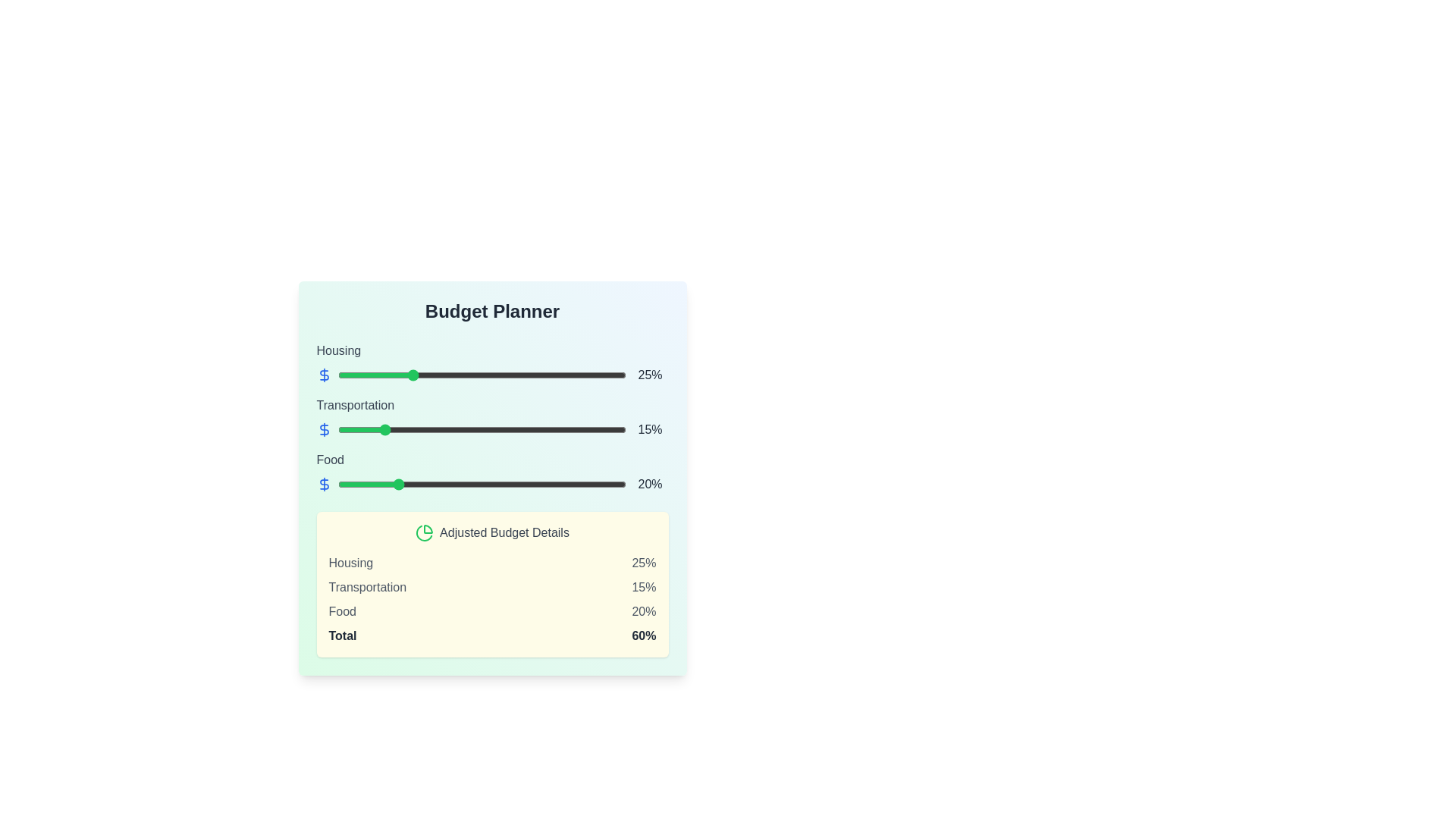 The height and width of the screenshot is (819, 1456). I want to click on the 'Transportation' slider, so click(387, 430).